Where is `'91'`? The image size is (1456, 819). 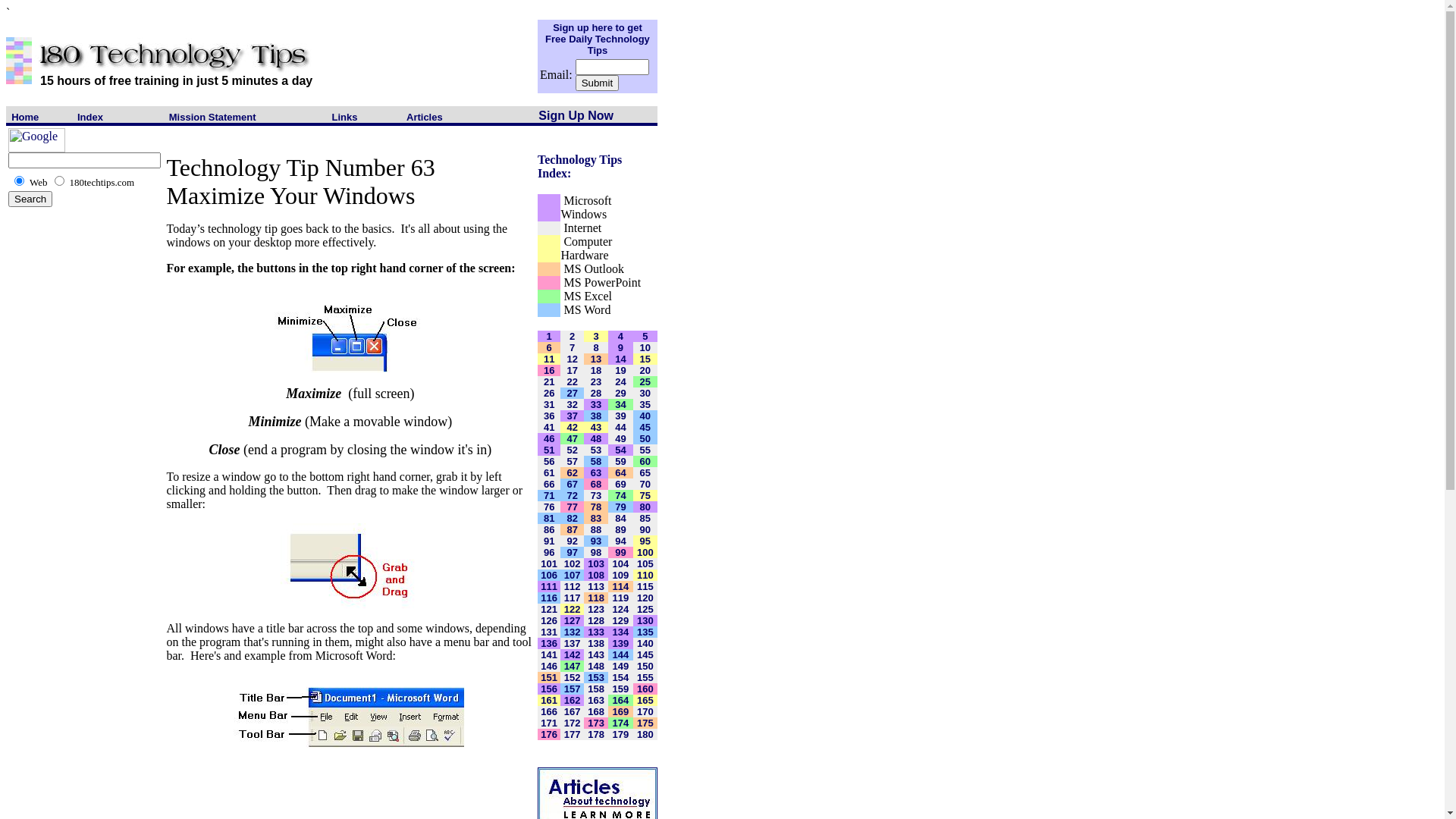 '91' is located at coordinates (548, 539).